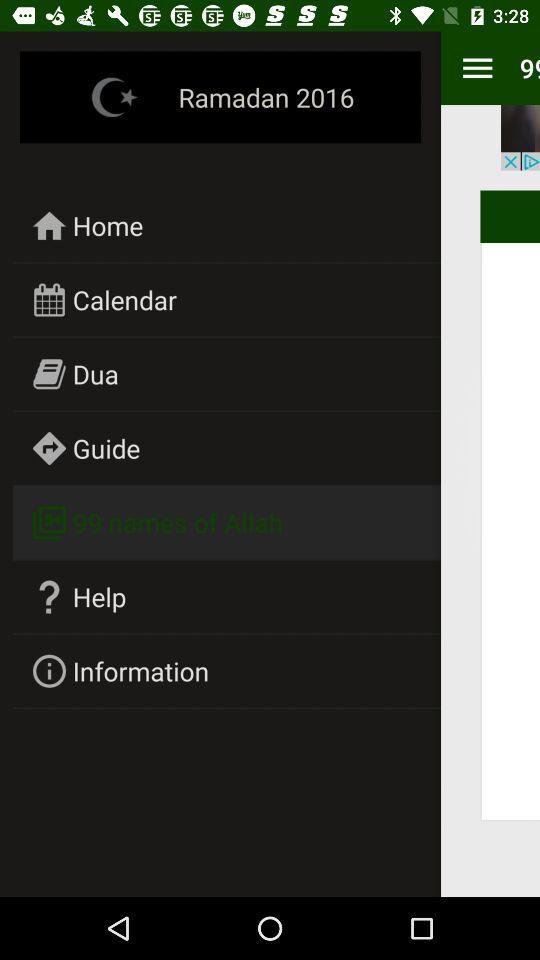  I want to click on menu, so click(476, 68).